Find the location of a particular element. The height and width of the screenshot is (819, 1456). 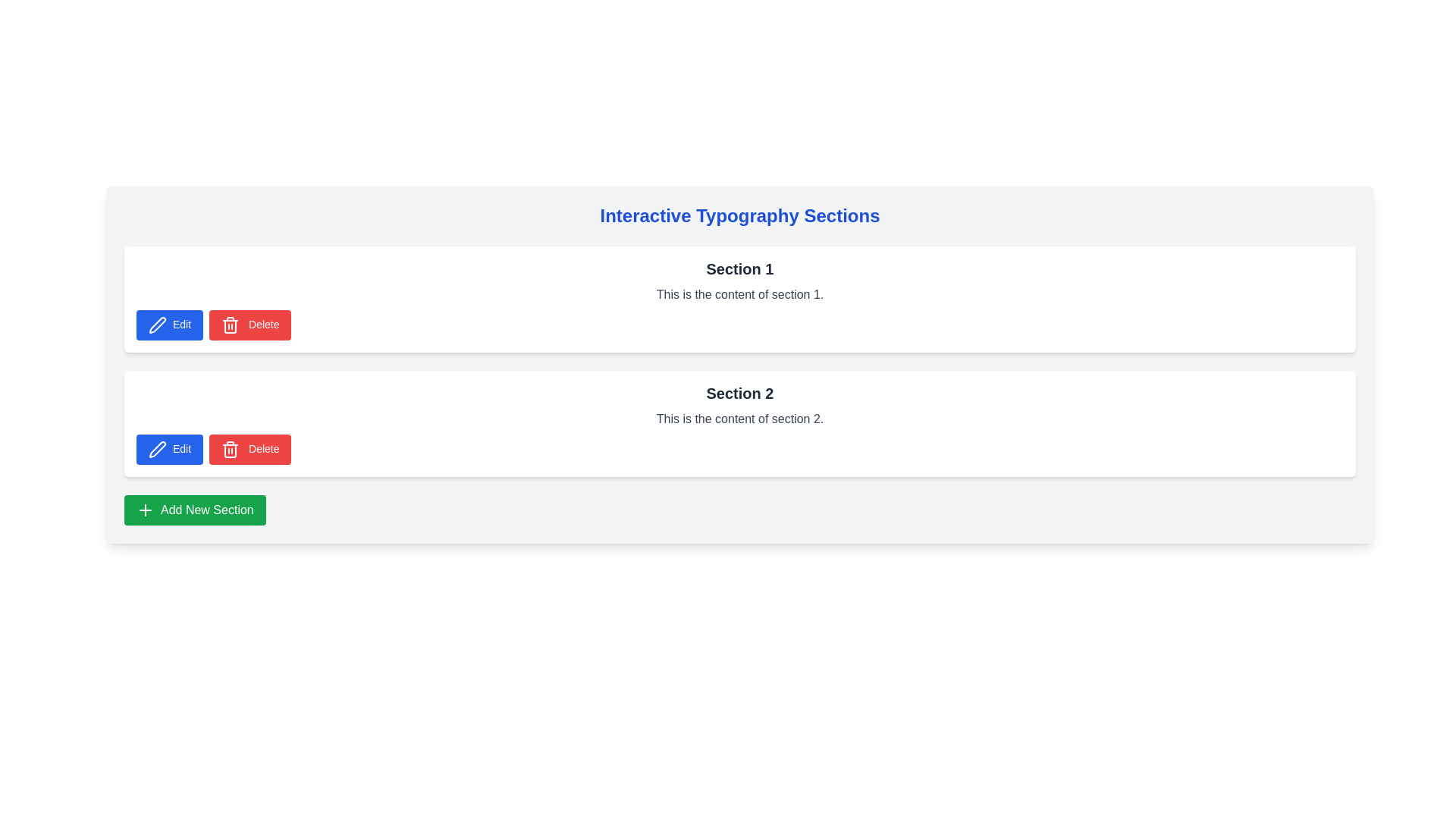

the red 'Delete' button with white text and a trash bin icon is located at coordinates (250, 449).